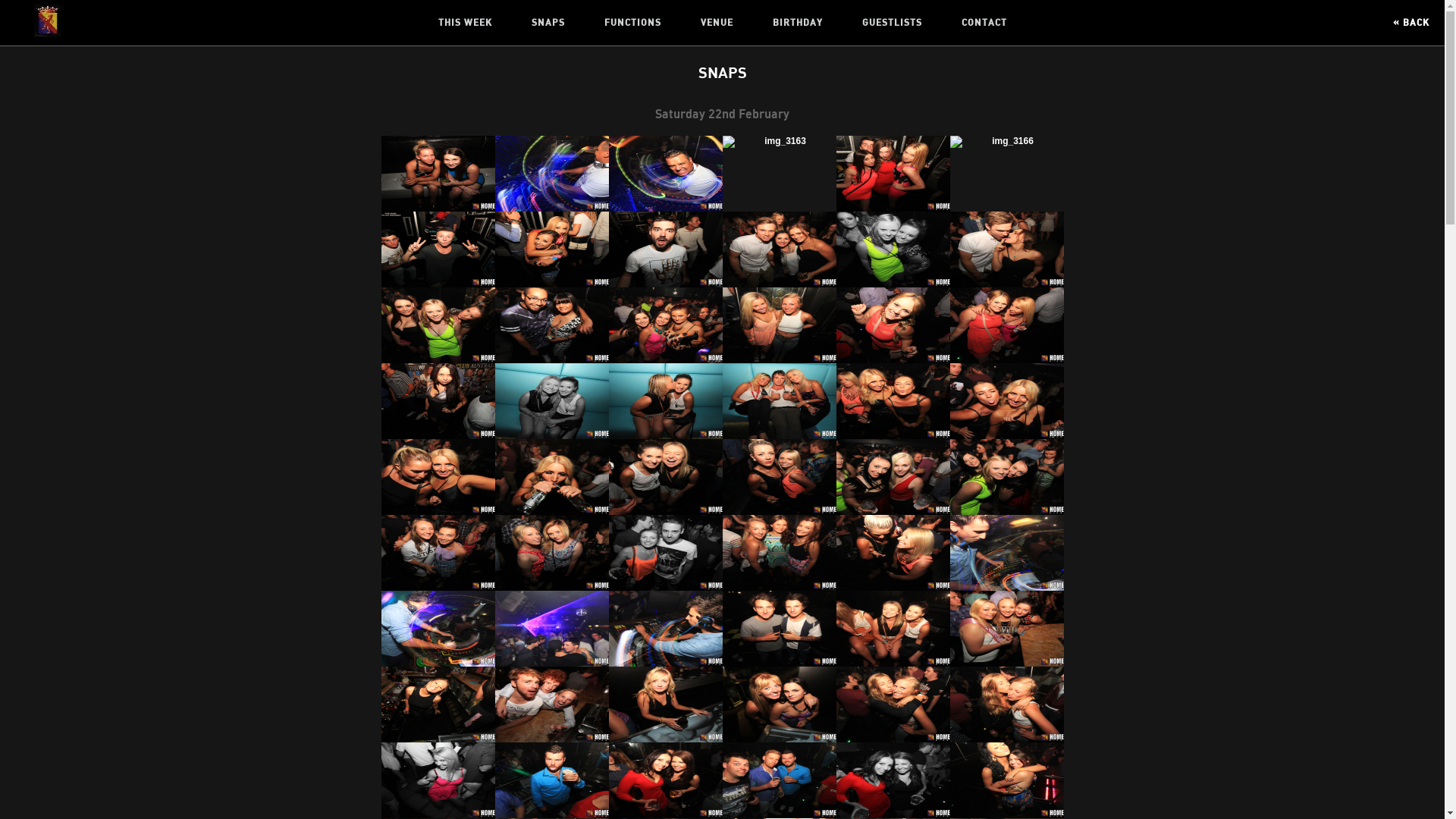 The height and width of the screenshot is (819, 1456). What do you see at coordinates (779, 324) in the screenshot?
I see `' '` at bounding box center [779, 324].